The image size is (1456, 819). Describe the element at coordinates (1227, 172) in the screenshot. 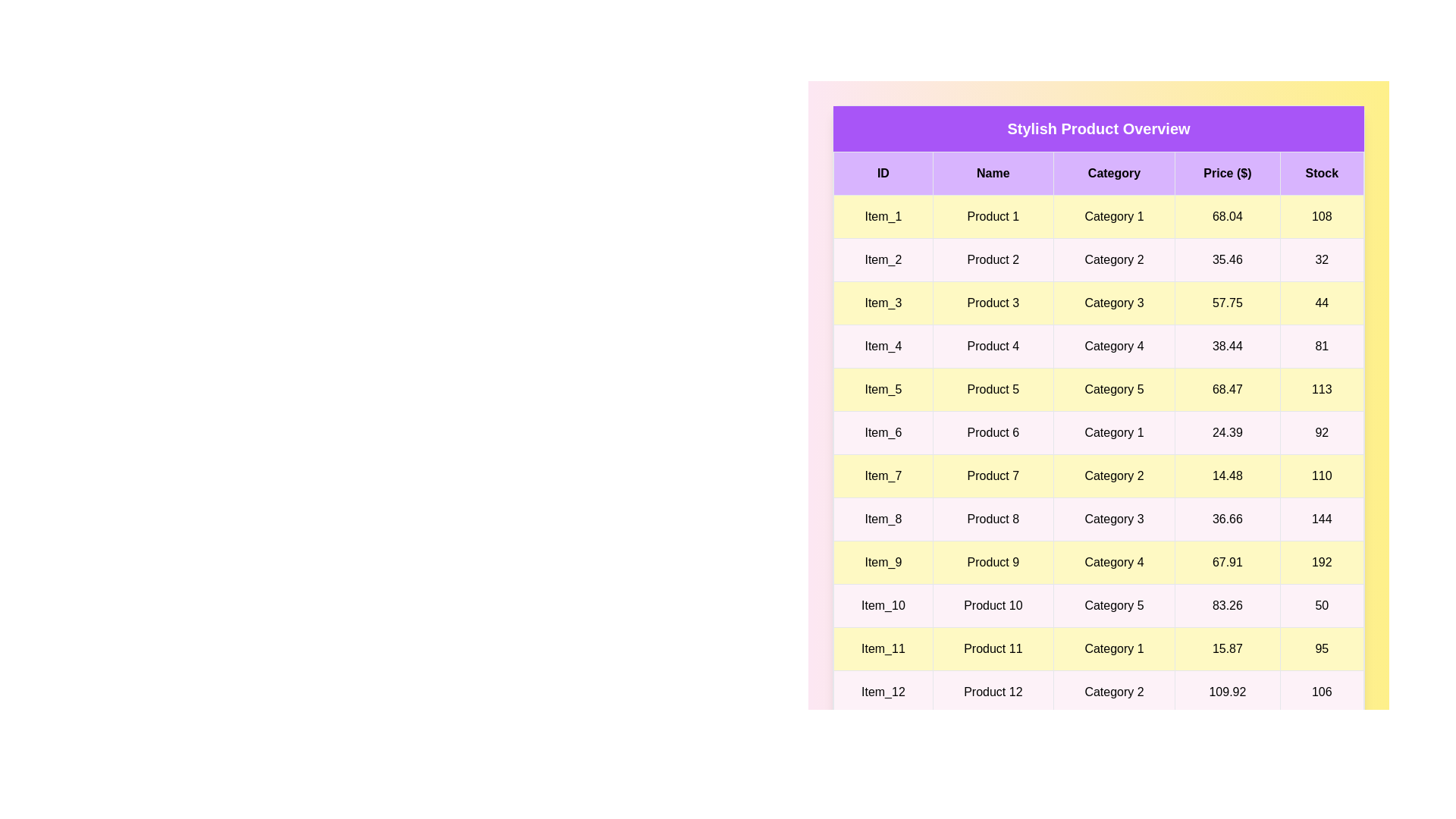

I see `the column header Price ($) to sort the table by that column` at that location.